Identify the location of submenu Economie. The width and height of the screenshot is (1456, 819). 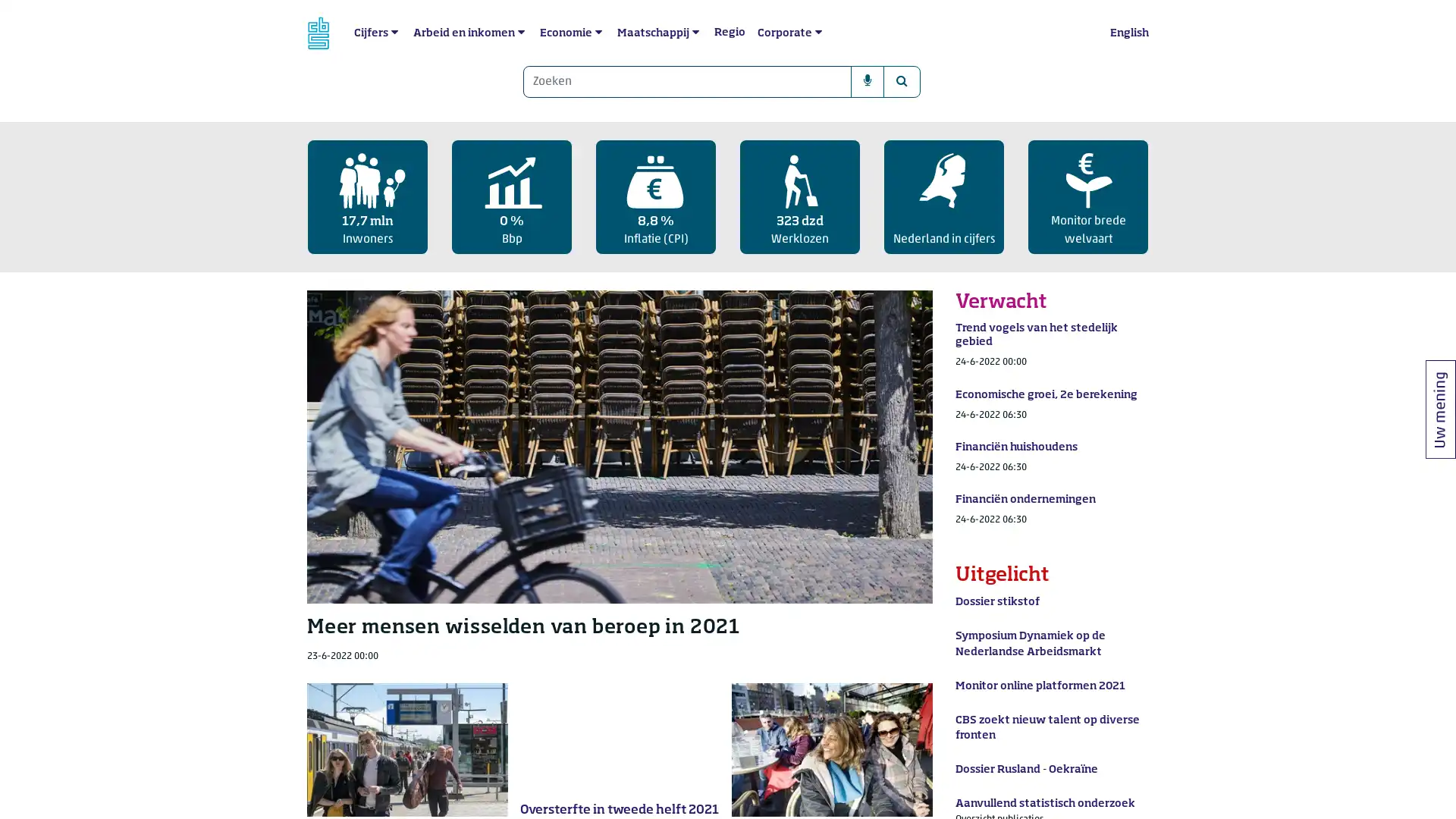
(598, 32).